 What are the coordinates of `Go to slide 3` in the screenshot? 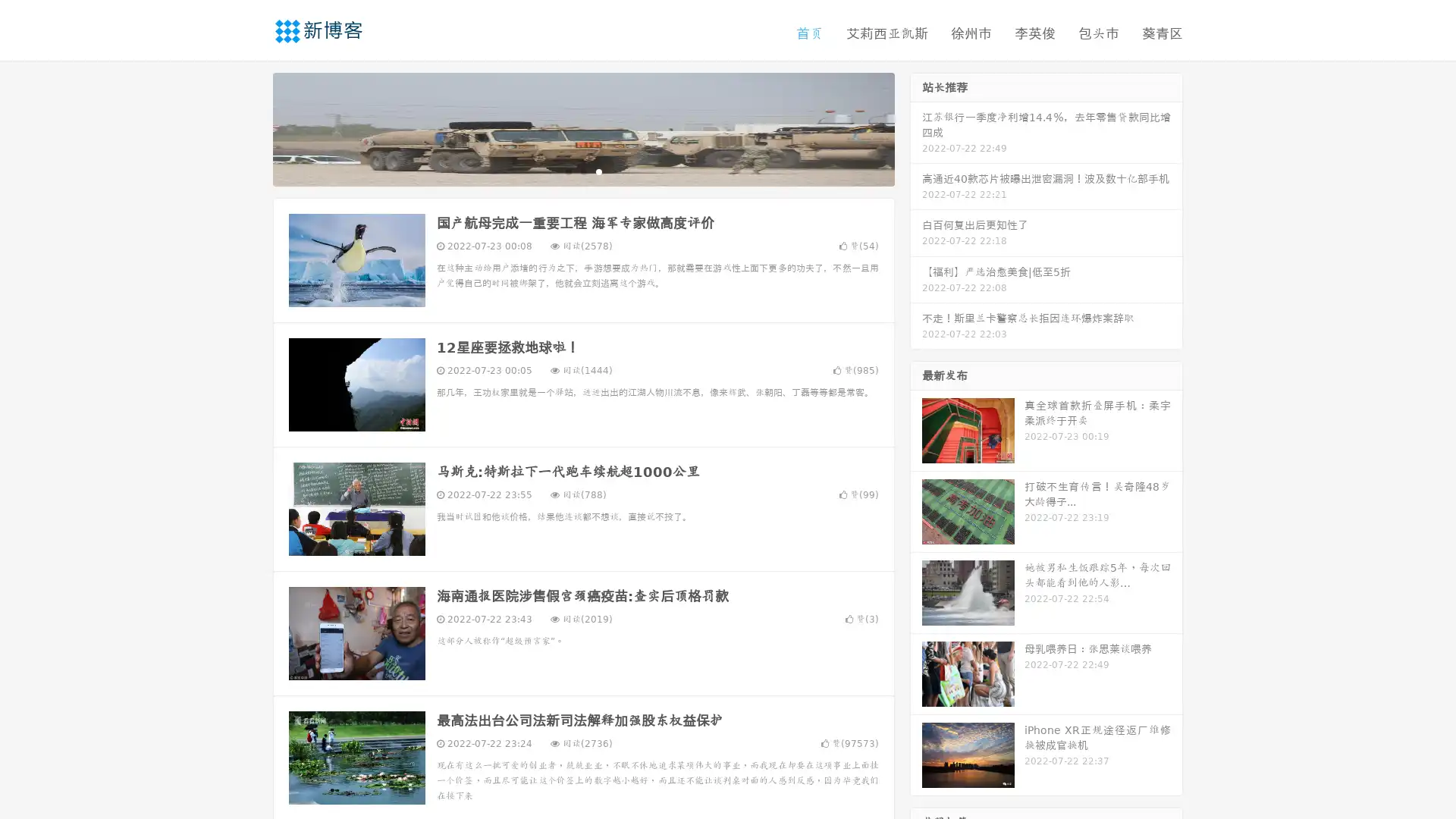 It's located at (598, 171).